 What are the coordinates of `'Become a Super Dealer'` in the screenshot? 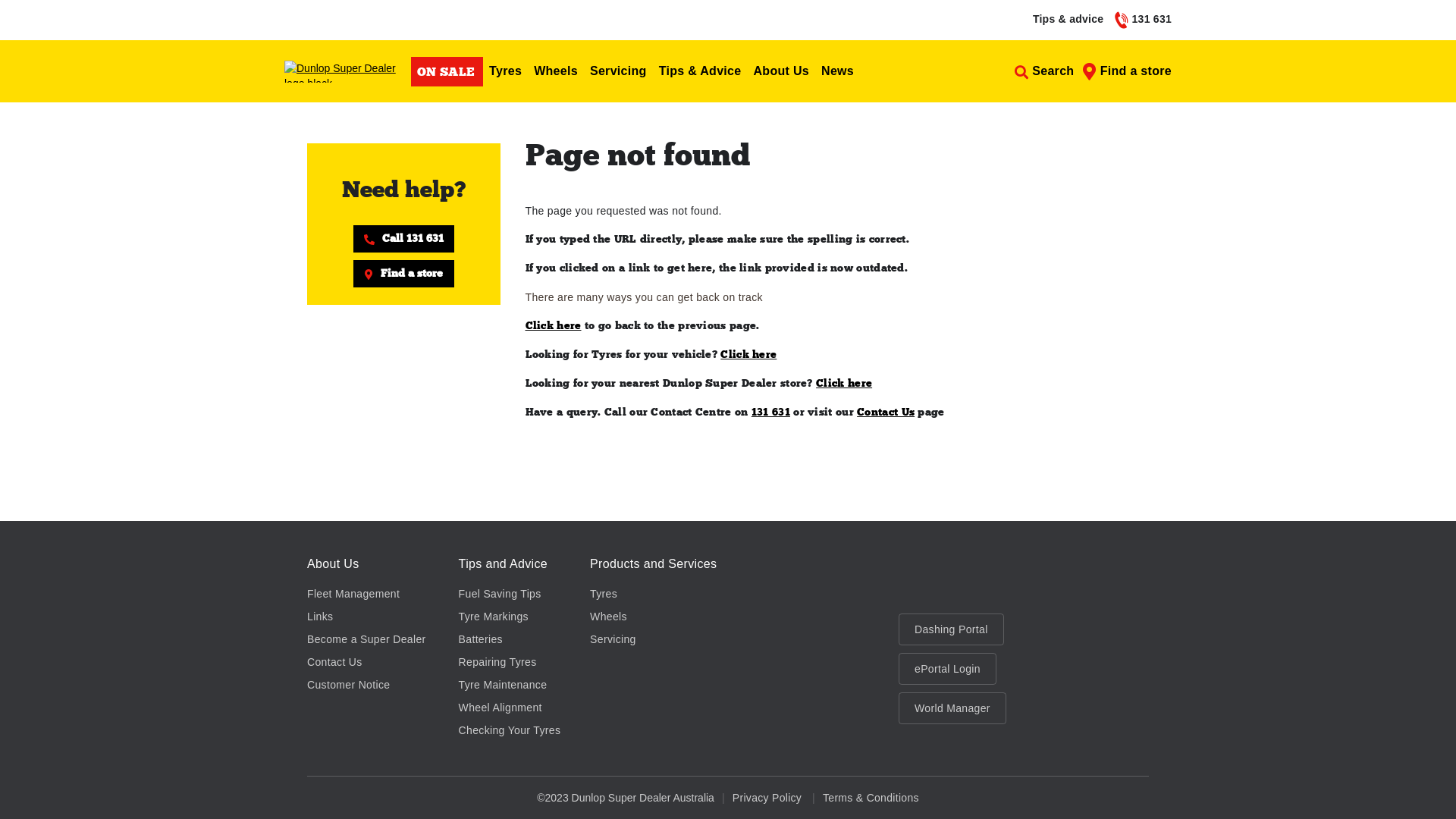 It's located at (366, 639).